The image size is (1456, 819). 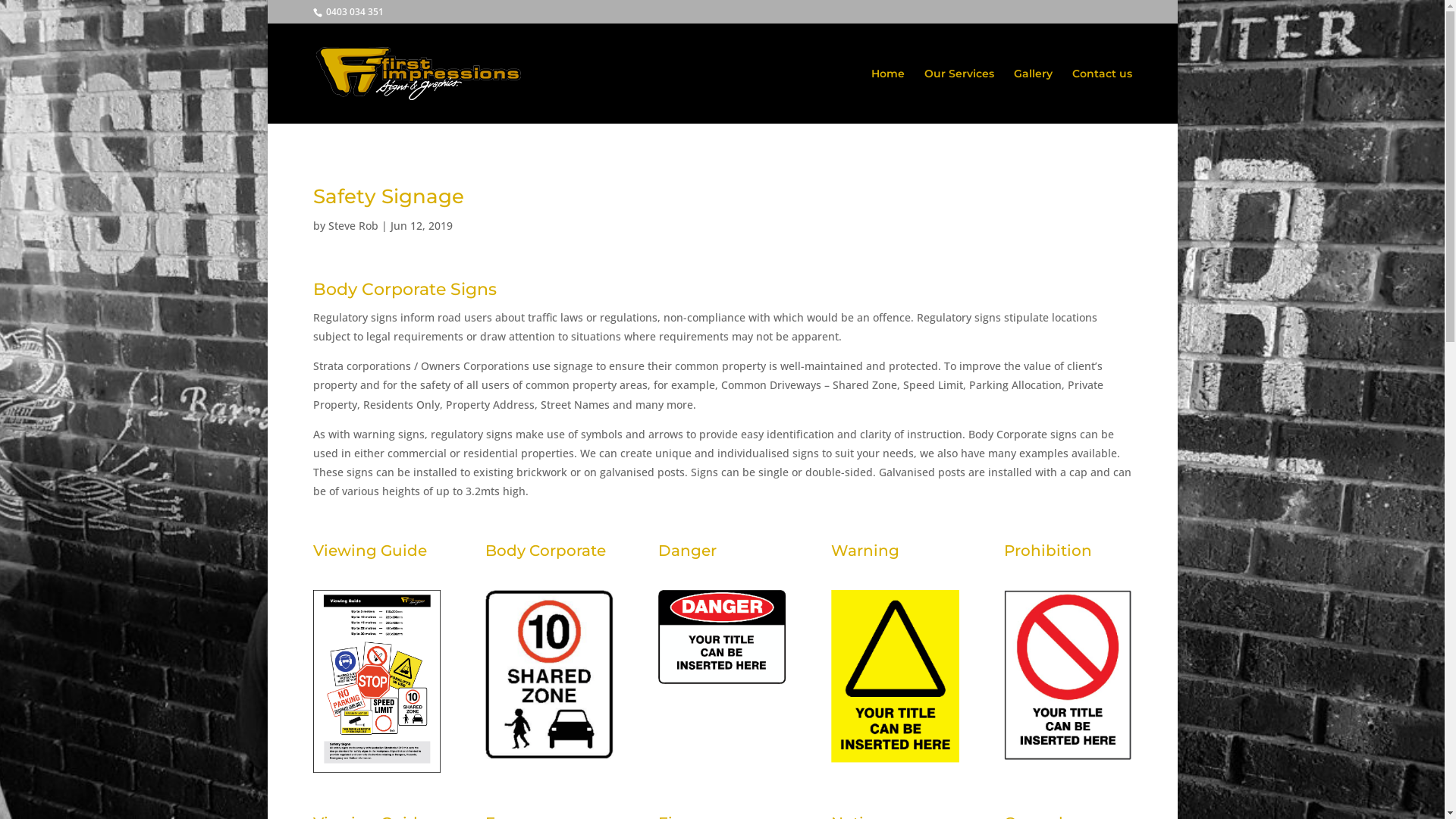 What do you see at coordinates (1102, 96) in the screenshot?
I see `'Contact us'` at bounding box center [1102, 96].